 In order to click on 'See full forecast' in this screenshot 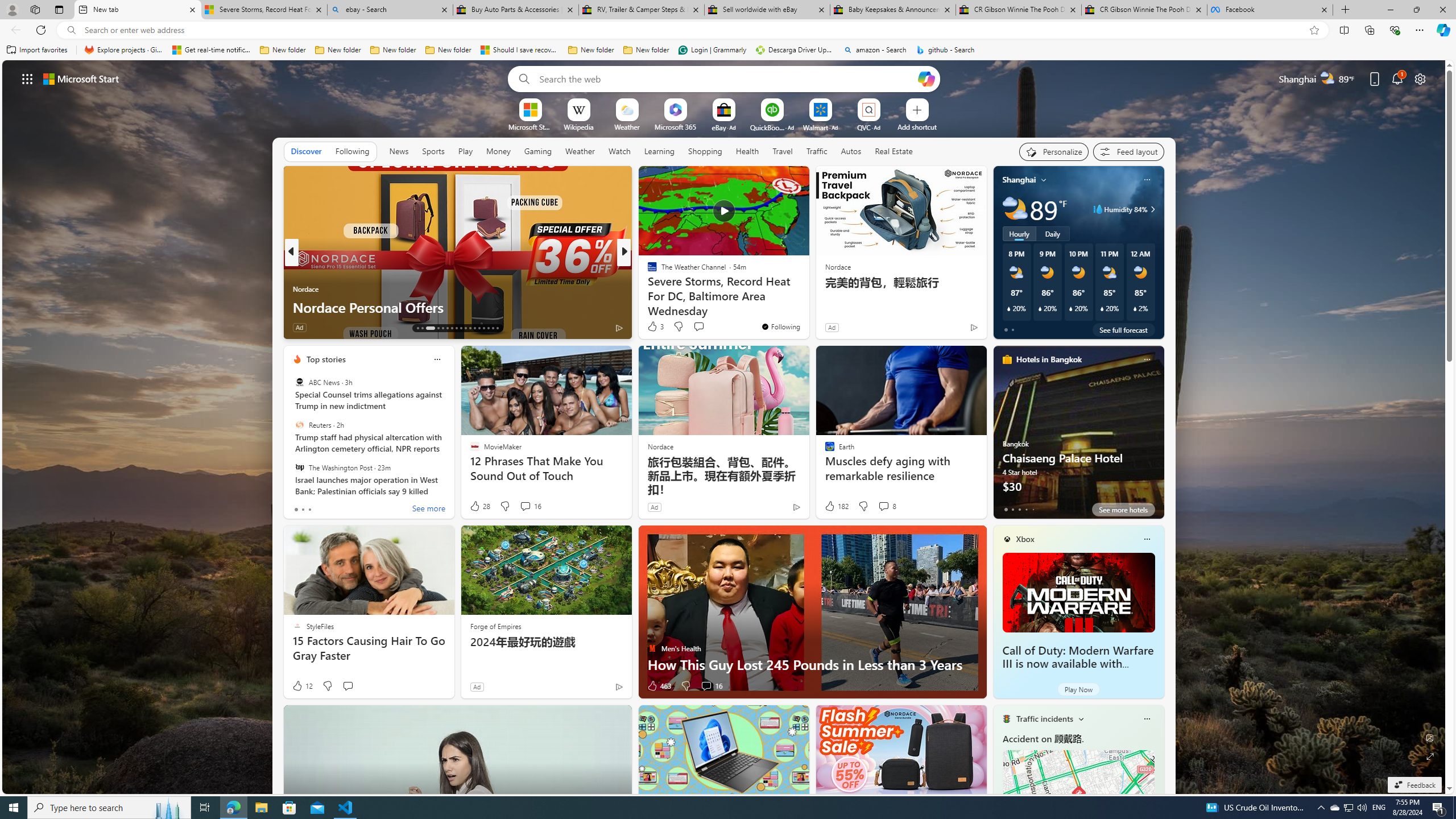, I will do `click(1123, 329)`.